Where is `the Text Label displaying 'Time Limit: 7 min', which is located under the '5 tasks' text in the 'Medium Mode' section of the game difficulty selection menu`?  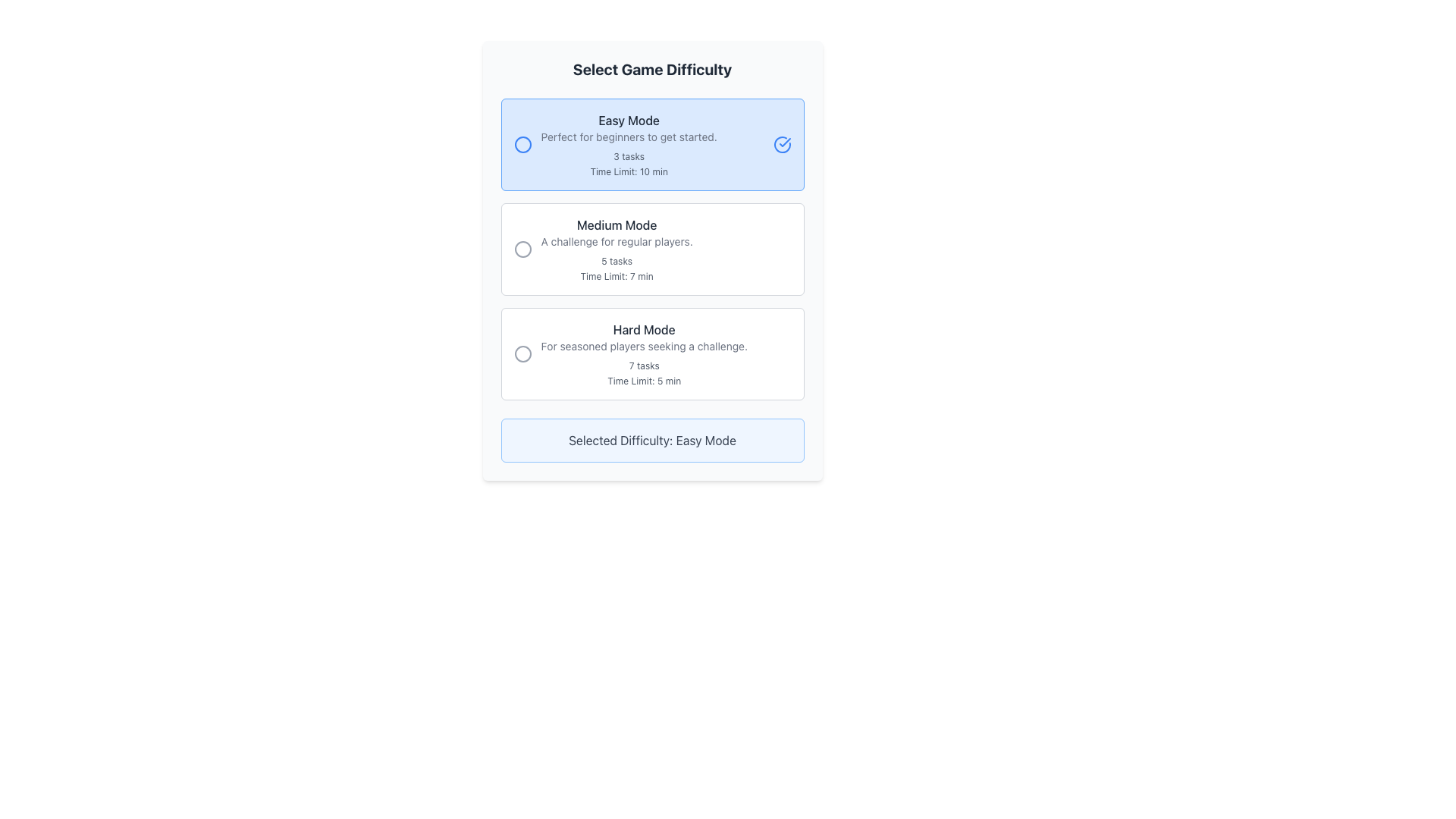 the Text Label displaying 'Time Limit: 7 min', which is located under the '5 tasks' text in the 'Medium Mode' section of the game difficulty selection menu is located at coordinates (617, 277).